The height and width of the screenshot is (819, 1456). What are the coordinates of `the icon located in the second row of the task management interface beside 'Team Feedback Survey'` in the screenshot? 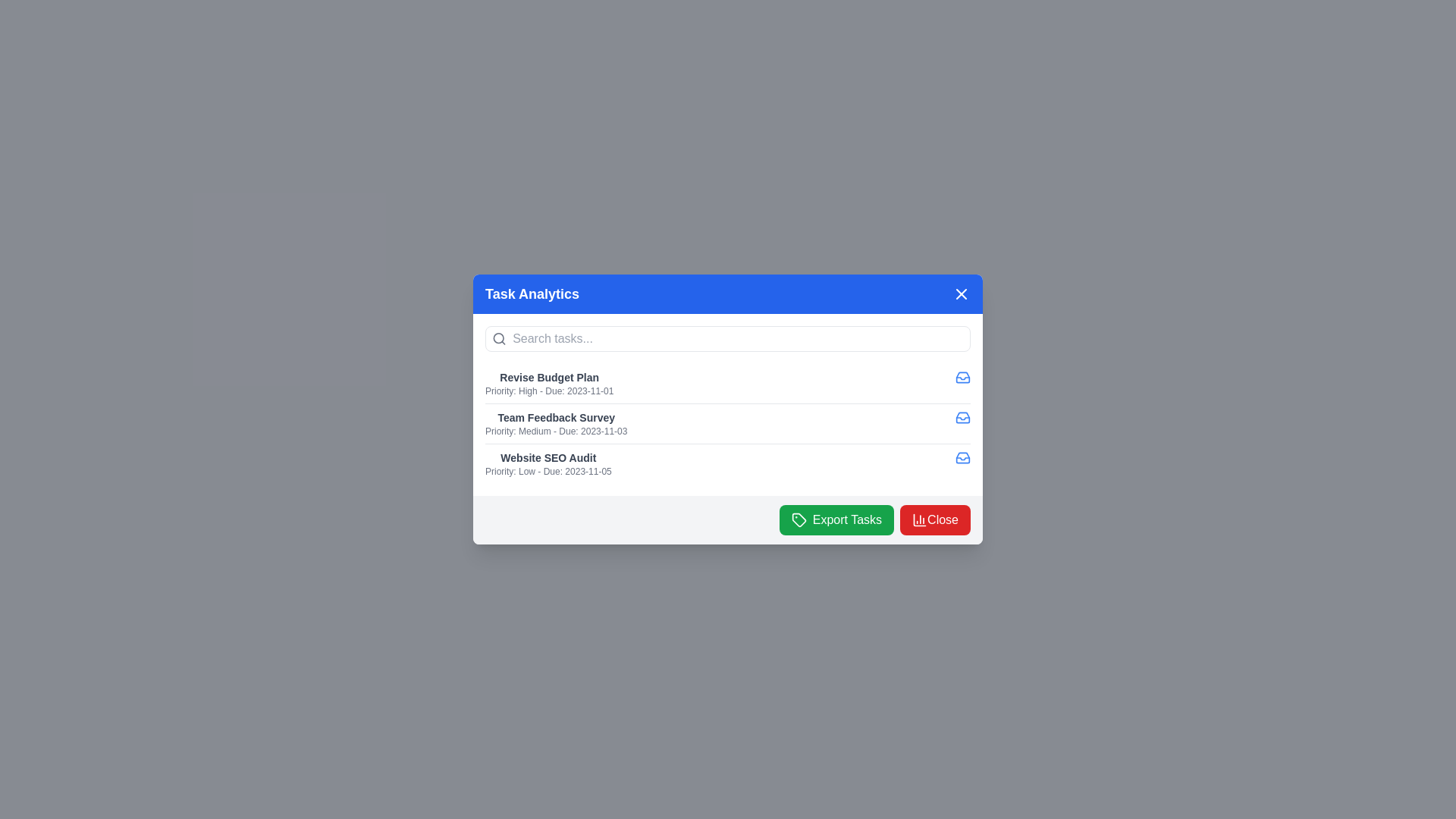 It's located at (962, 418).